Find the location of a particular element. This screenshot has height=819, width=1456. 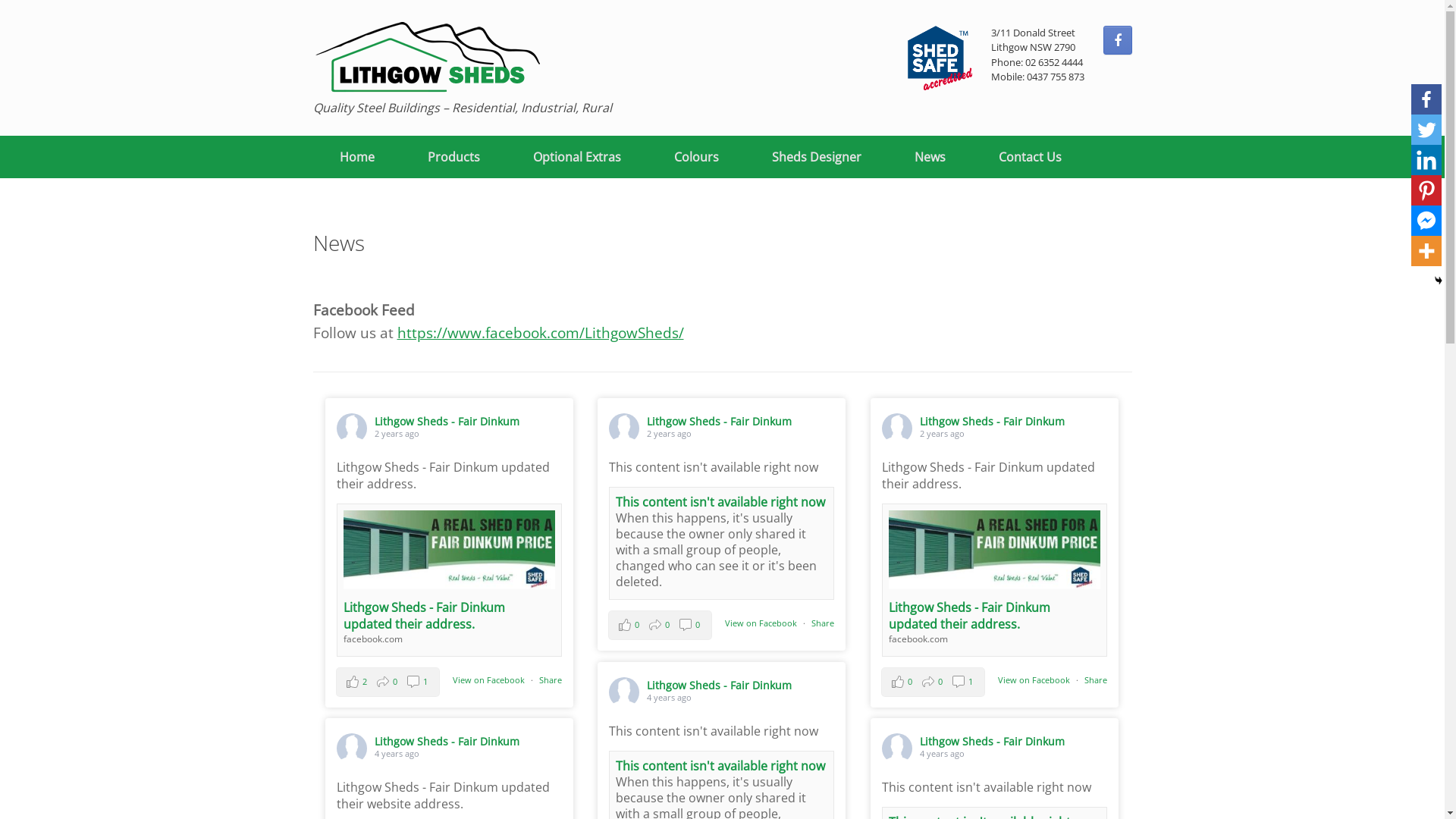

'Optional Extras' is located at coordinates (506, 157).